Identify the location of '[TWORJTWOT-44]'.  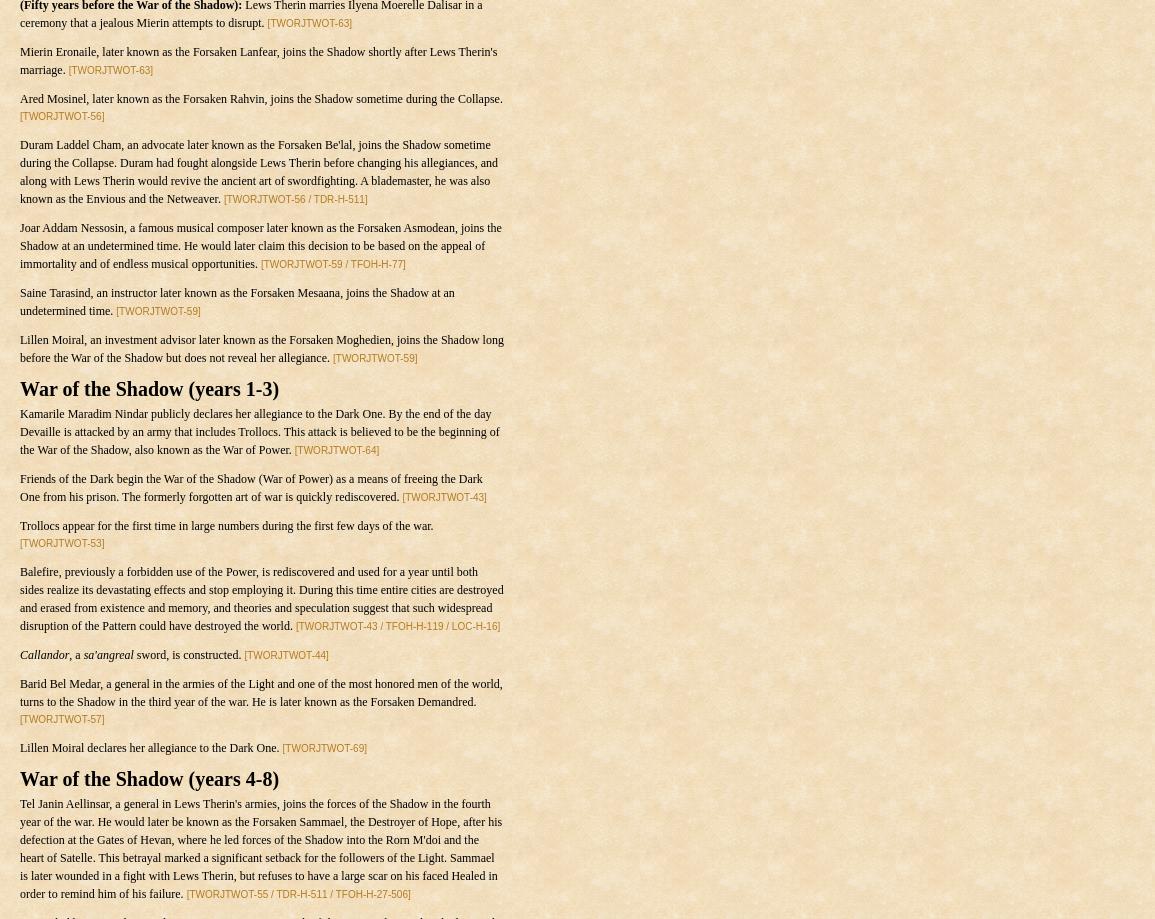
(285, 654).